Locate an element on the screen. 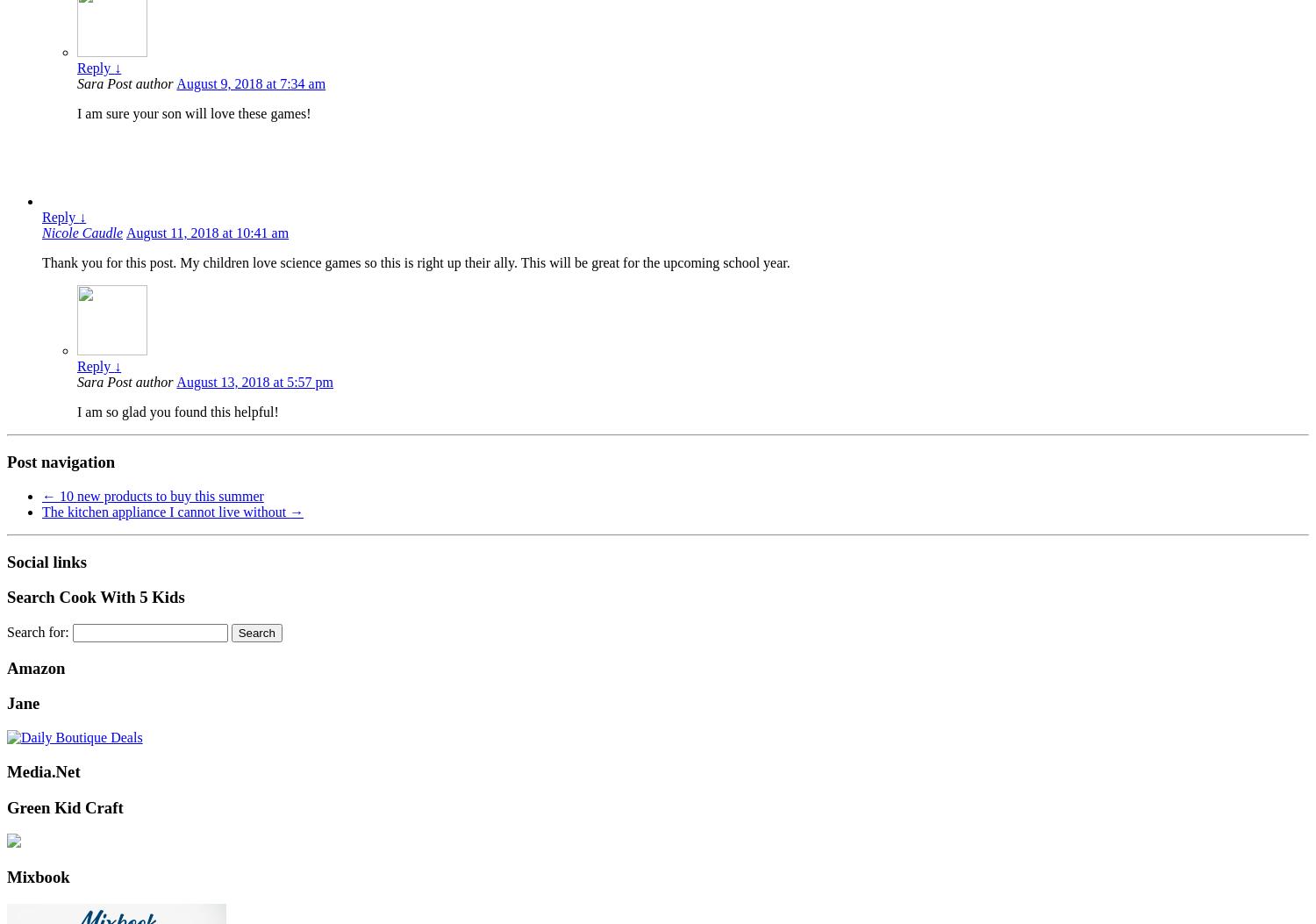 The width and height of the screenshot is (1316, 924). 'Search Cook With 5 Kids' is located at coordinates (95, 597).